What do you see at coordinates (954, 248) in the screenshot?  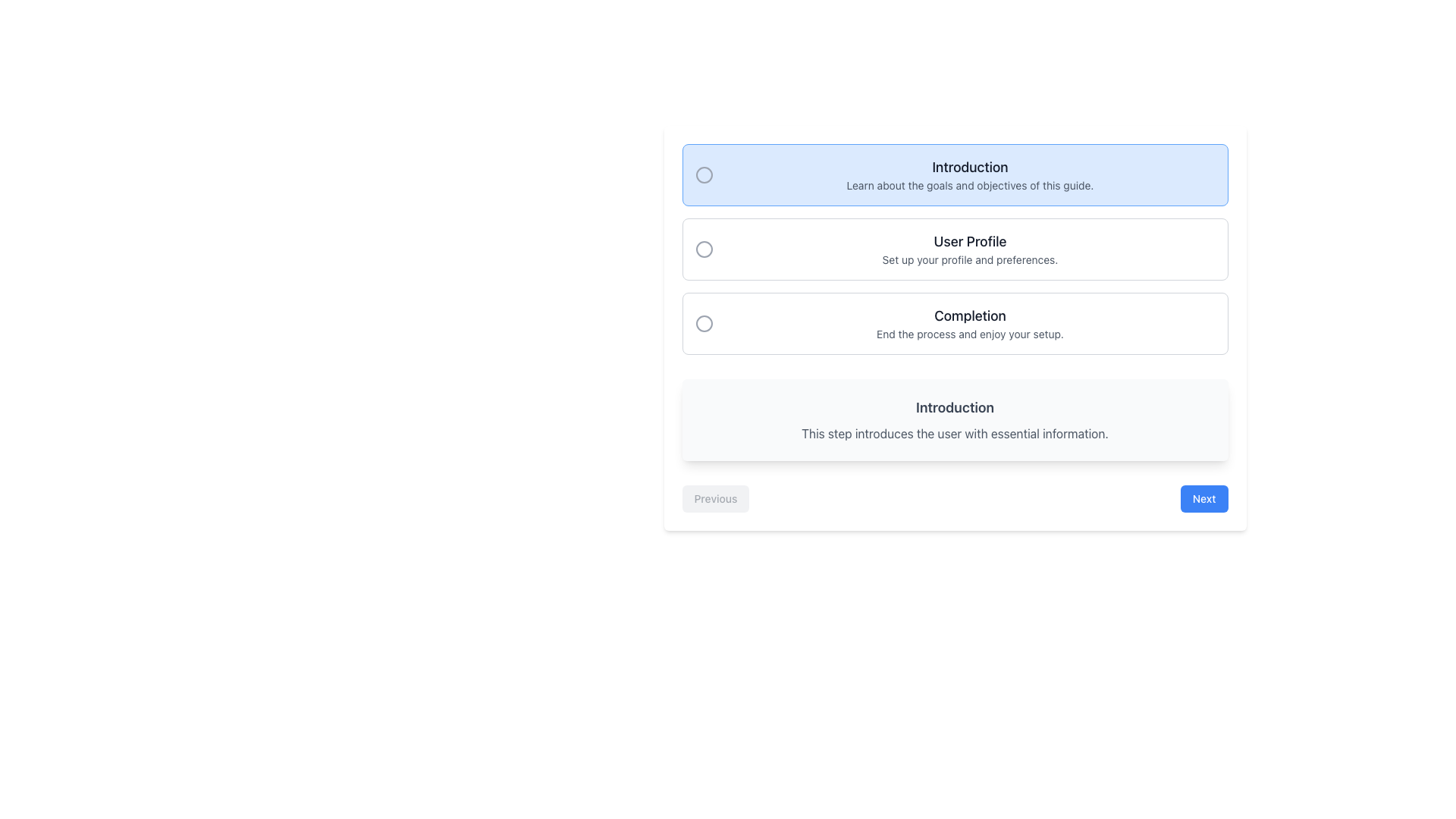 I see `the second informational card in the vertical list that introduces the 'User Profile' section` at bounding box center [954, 248].